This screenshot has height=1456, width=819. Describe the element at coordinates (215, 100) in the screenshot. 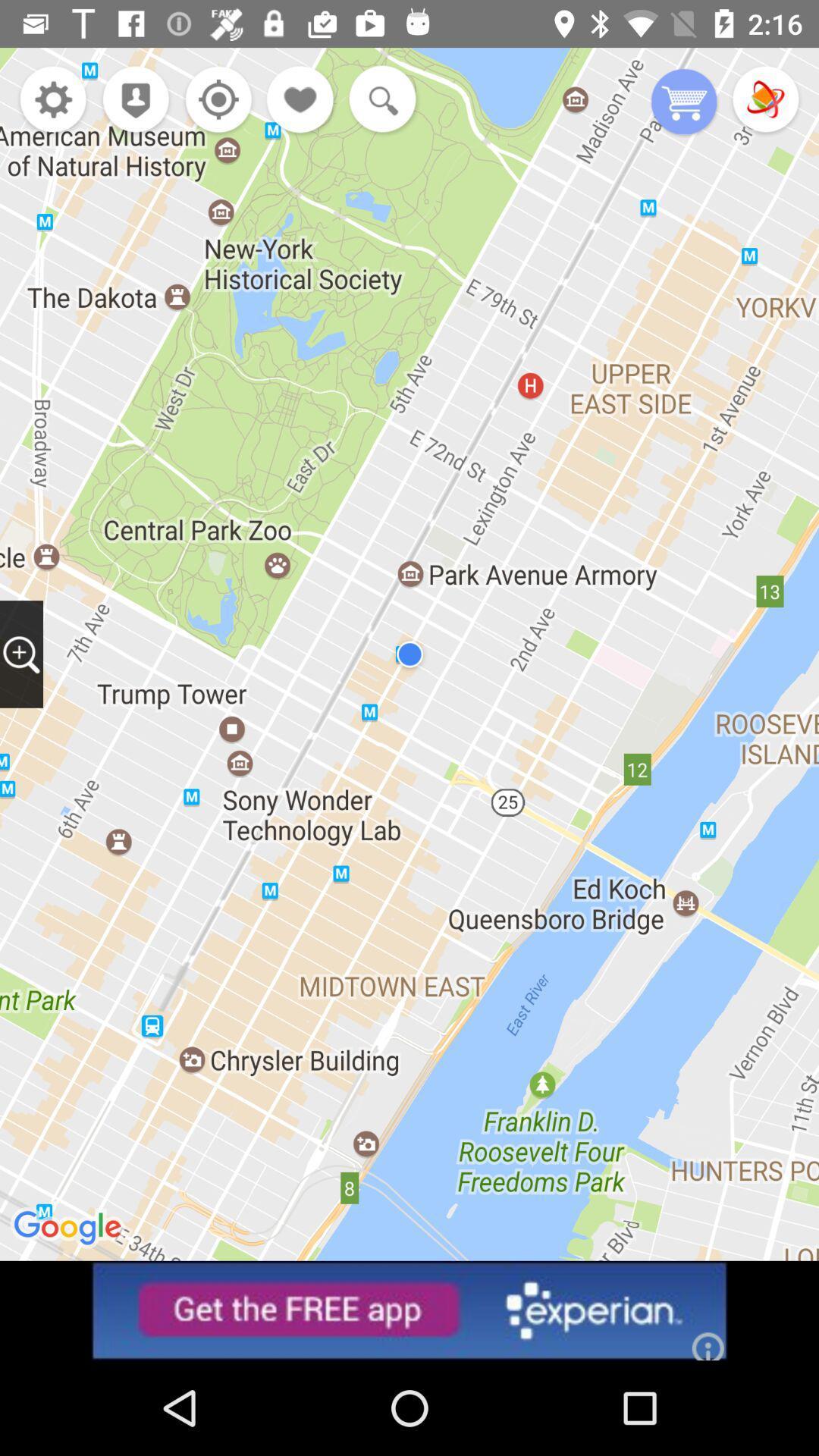

I see `pinpoint location` at that location.